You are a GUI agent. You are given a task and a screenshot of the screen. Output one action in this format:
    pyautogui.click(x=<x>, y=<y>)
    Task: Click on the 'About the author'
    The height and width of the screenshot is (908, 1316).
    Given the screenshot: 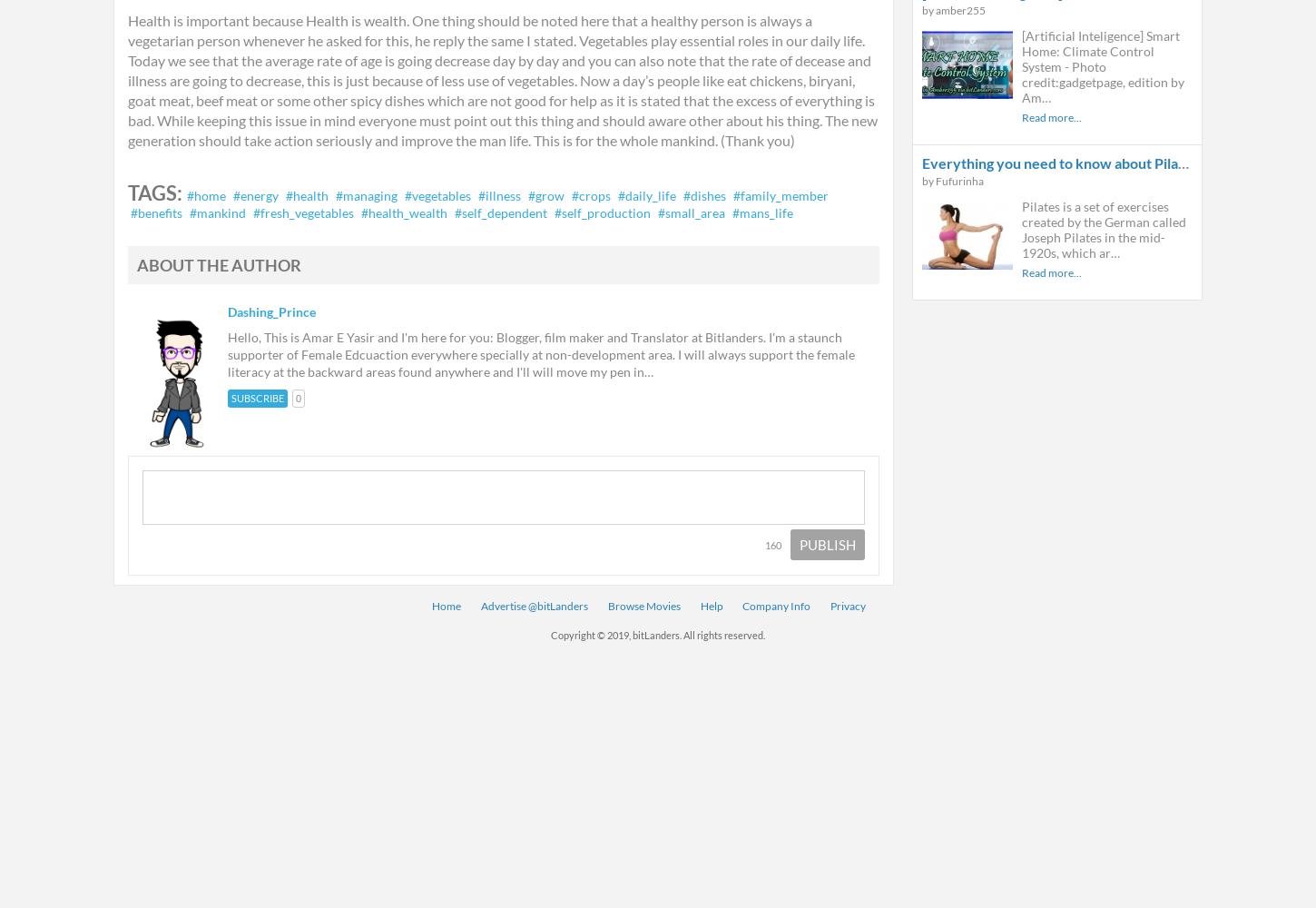 What is the action you would take?
    pyautogui.click(x=218, y=265)
    